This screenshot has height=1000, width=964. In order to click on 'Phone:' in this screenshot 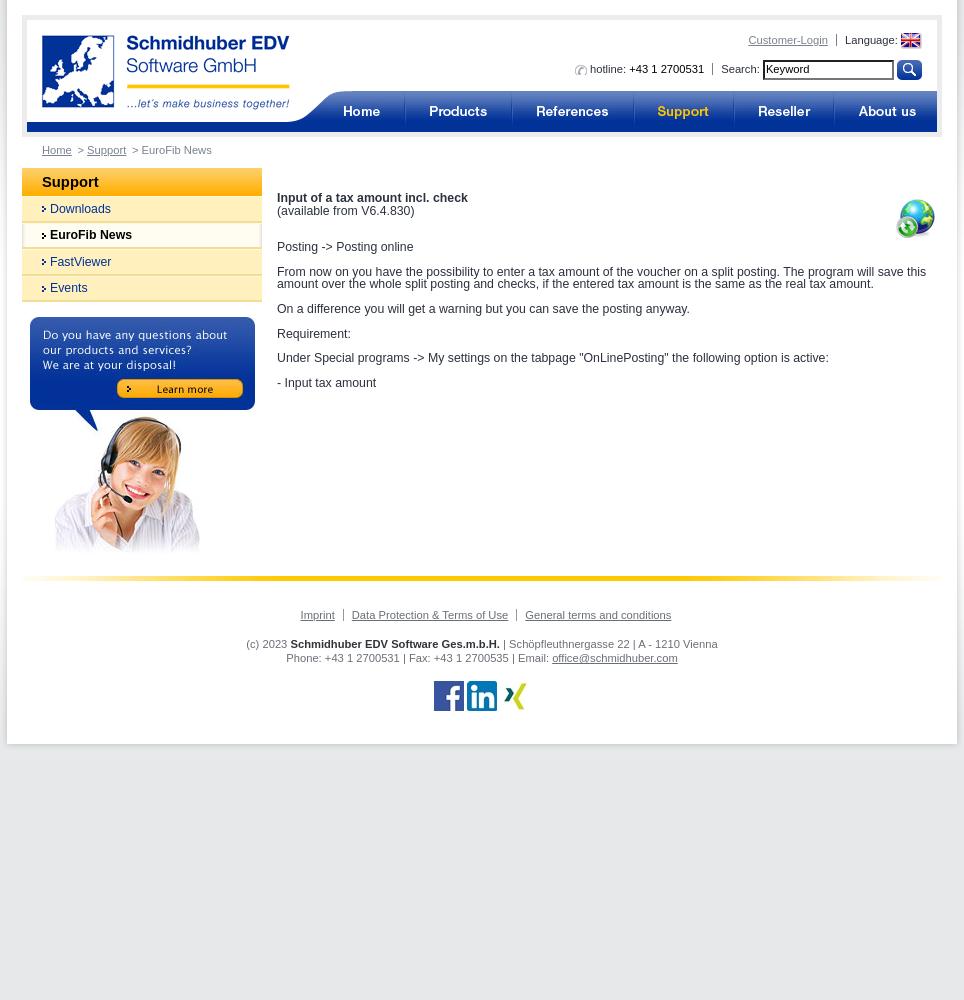, I will do `click(305, 658)`.